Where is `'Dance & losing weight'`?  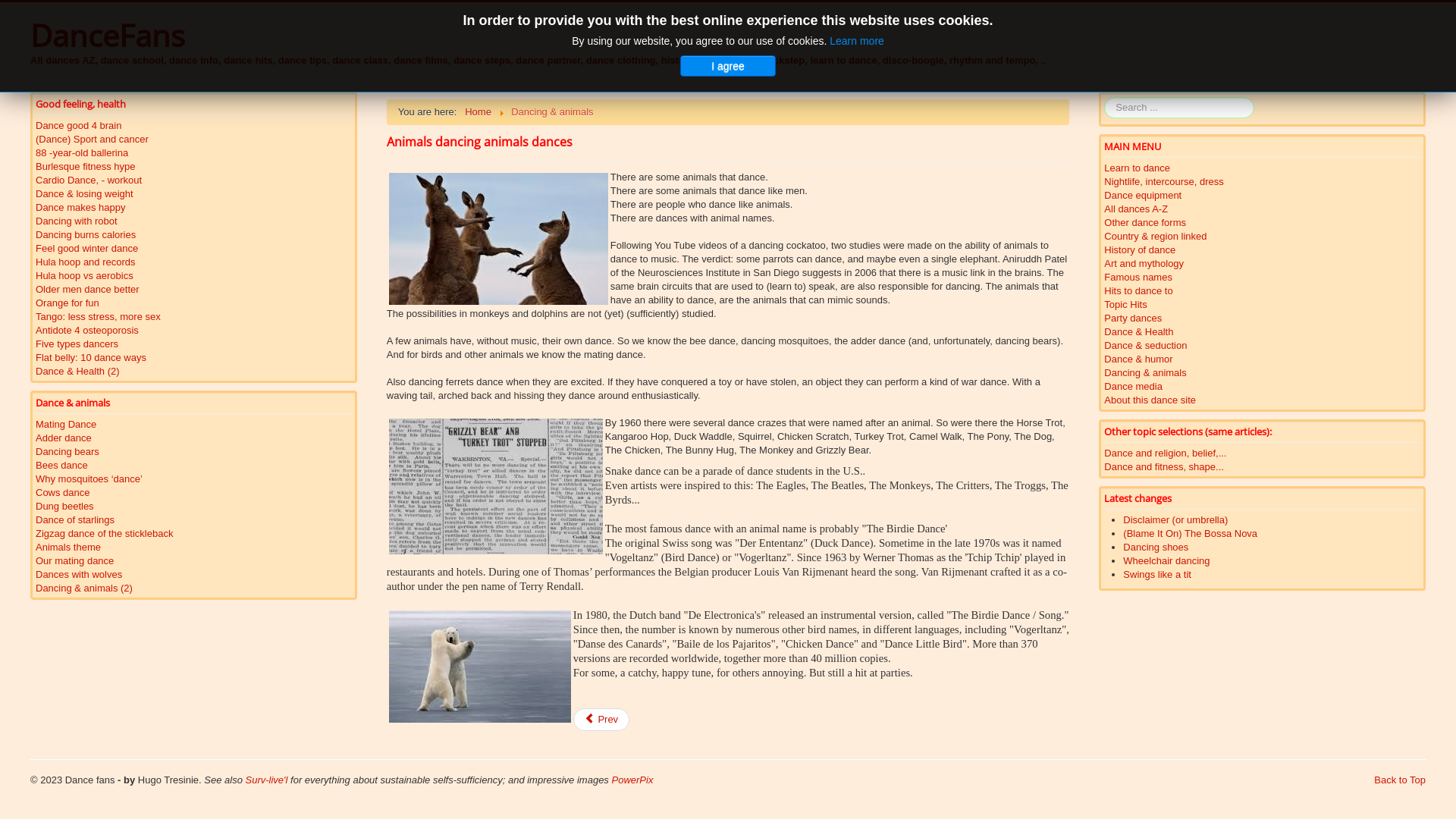 'Dance & losing weight' is located at coordinates (36, 193).